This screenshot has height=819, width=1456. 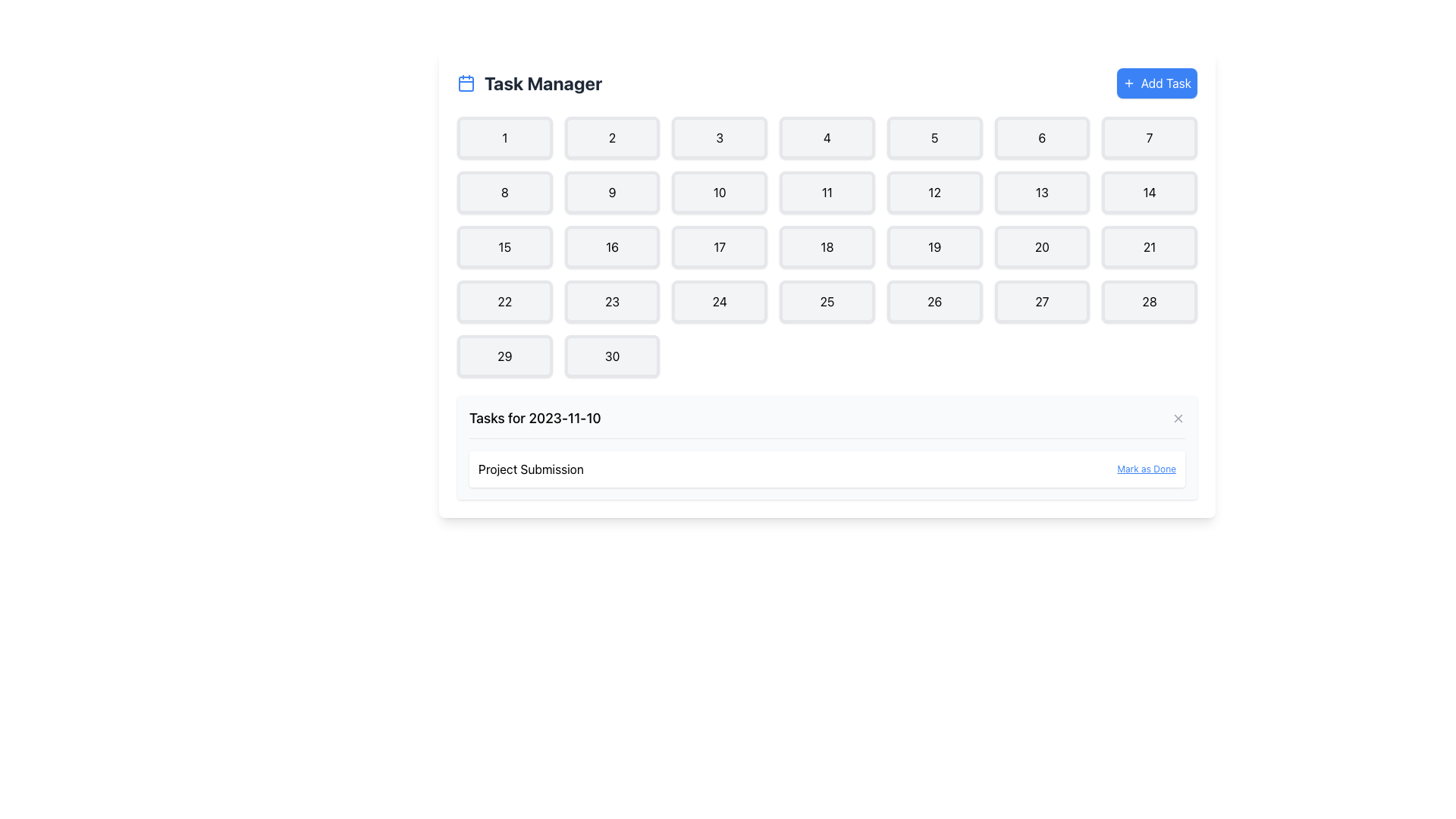 What do you see at coordinates (719, 301) in the screenshot?
I see `the date selection button labeled '24', which is a rectangular tile with a light gray background and dark font` at bounding box center [719, 301].